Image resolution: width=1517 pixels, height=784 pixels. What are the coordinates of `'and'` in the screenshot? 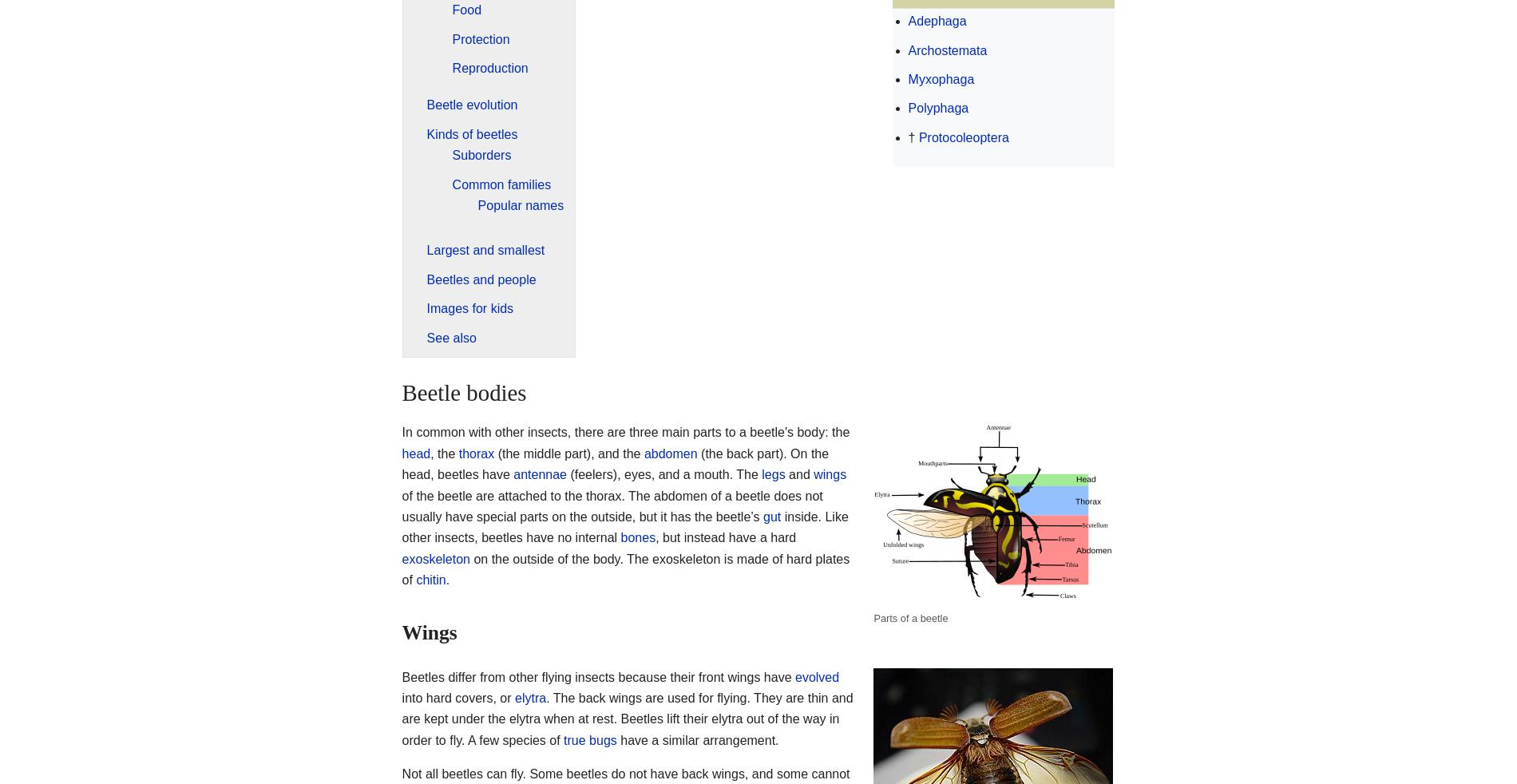 It's located at (798, 473).